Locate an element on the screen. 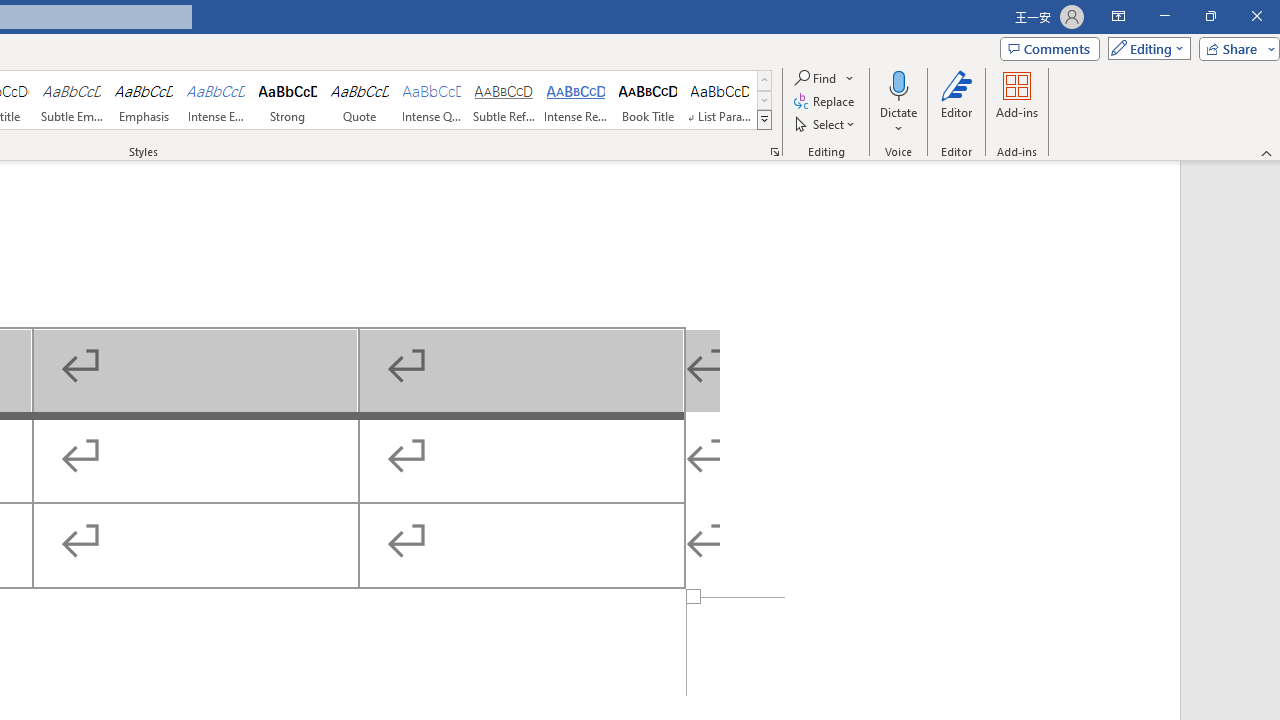  'Subtle Emphasis' is located at coordinates (71, 100).